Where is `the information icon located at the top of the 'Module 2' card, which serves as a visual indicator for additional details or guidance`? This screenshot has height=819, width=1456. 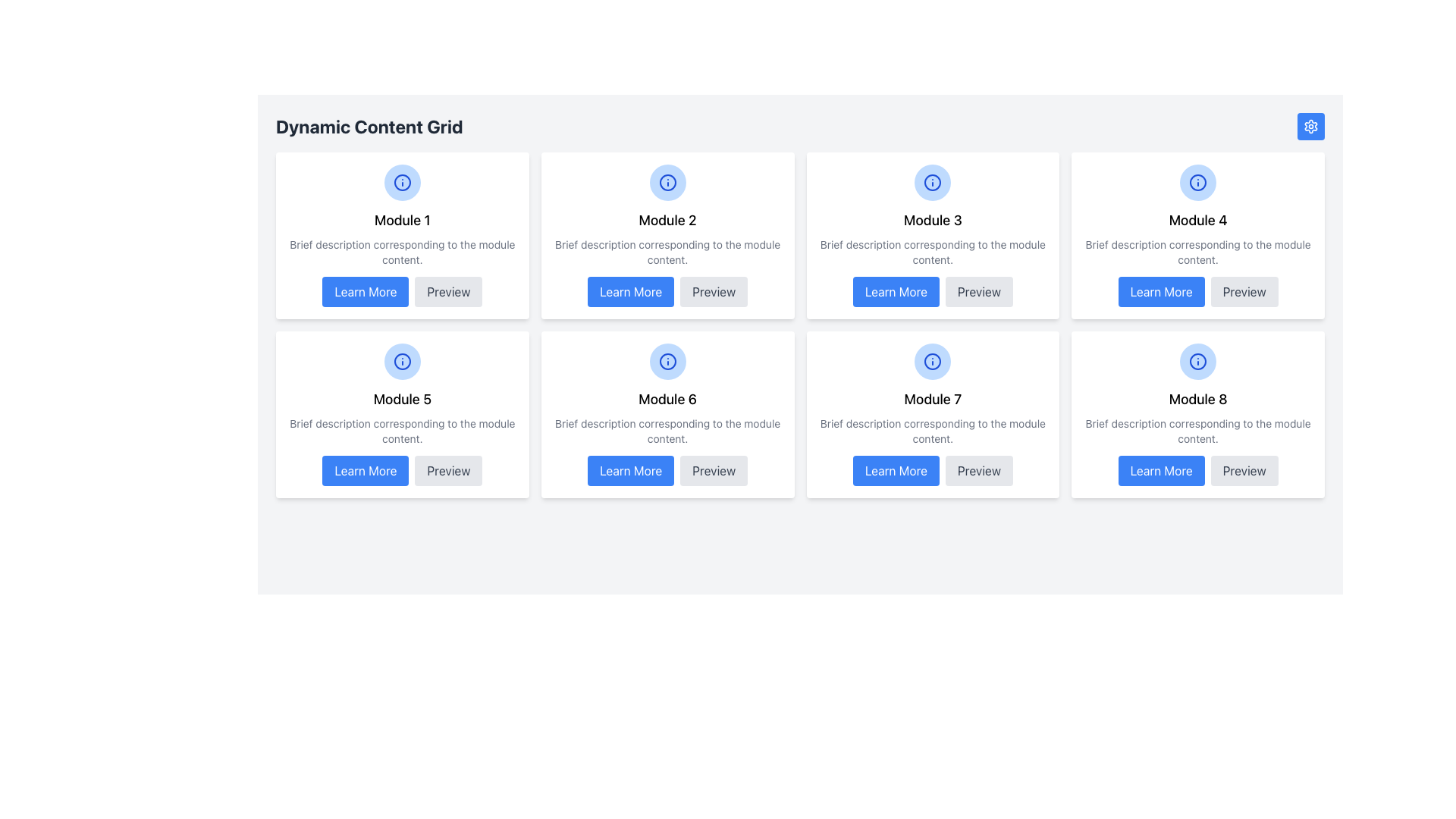 the information icon located at the top of the 'Module 2' card, which serves as a visual indicator for additional details or guidance is located at coordinates (667, 181).